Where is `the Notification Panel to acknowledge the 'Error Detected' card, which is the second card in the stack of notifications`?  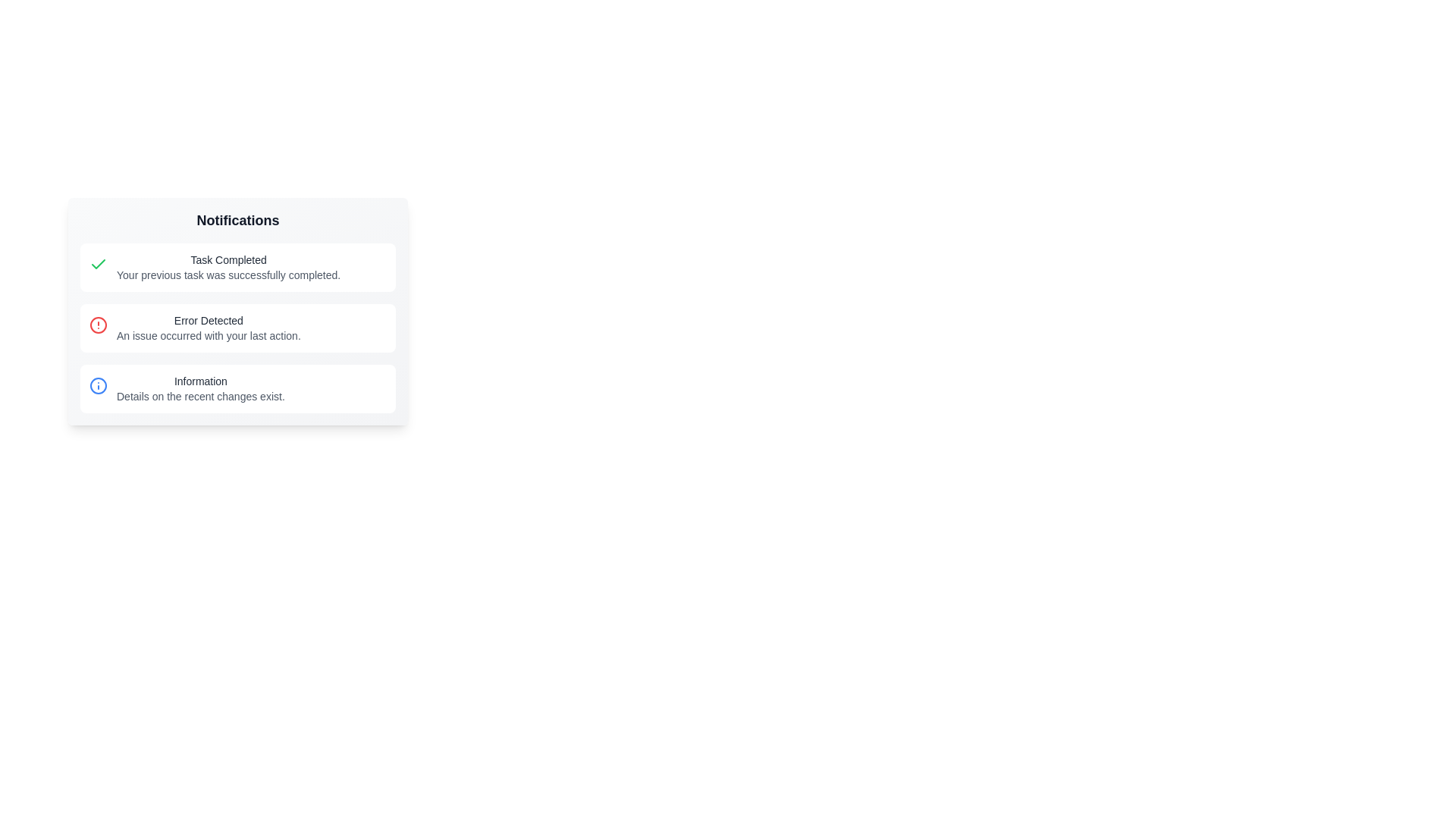 the Notification Panel to acknowledge the 'Error Detected' card, which is the second card in the stack of notifications is located at coordinates (237, 311).